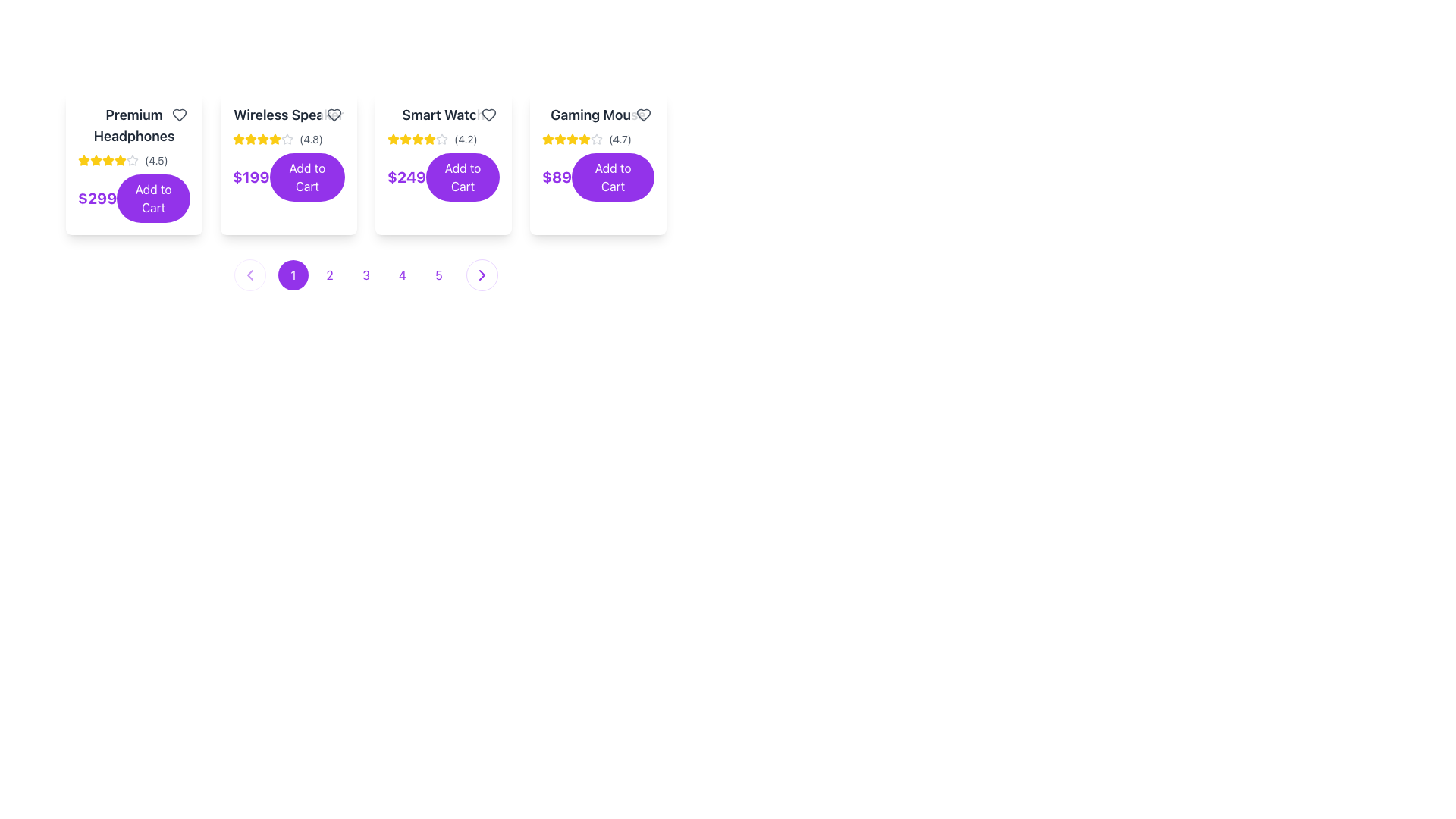 The height and width of the screenshot is (819, 1456). Describe the element at coordinates (644, 114) in the screenshot. I see `the heart-shaped icon indicating the 'favorite' or 'wishlist' feature located at the top right corner of the 'Gaming Mouse' product card` at that location.